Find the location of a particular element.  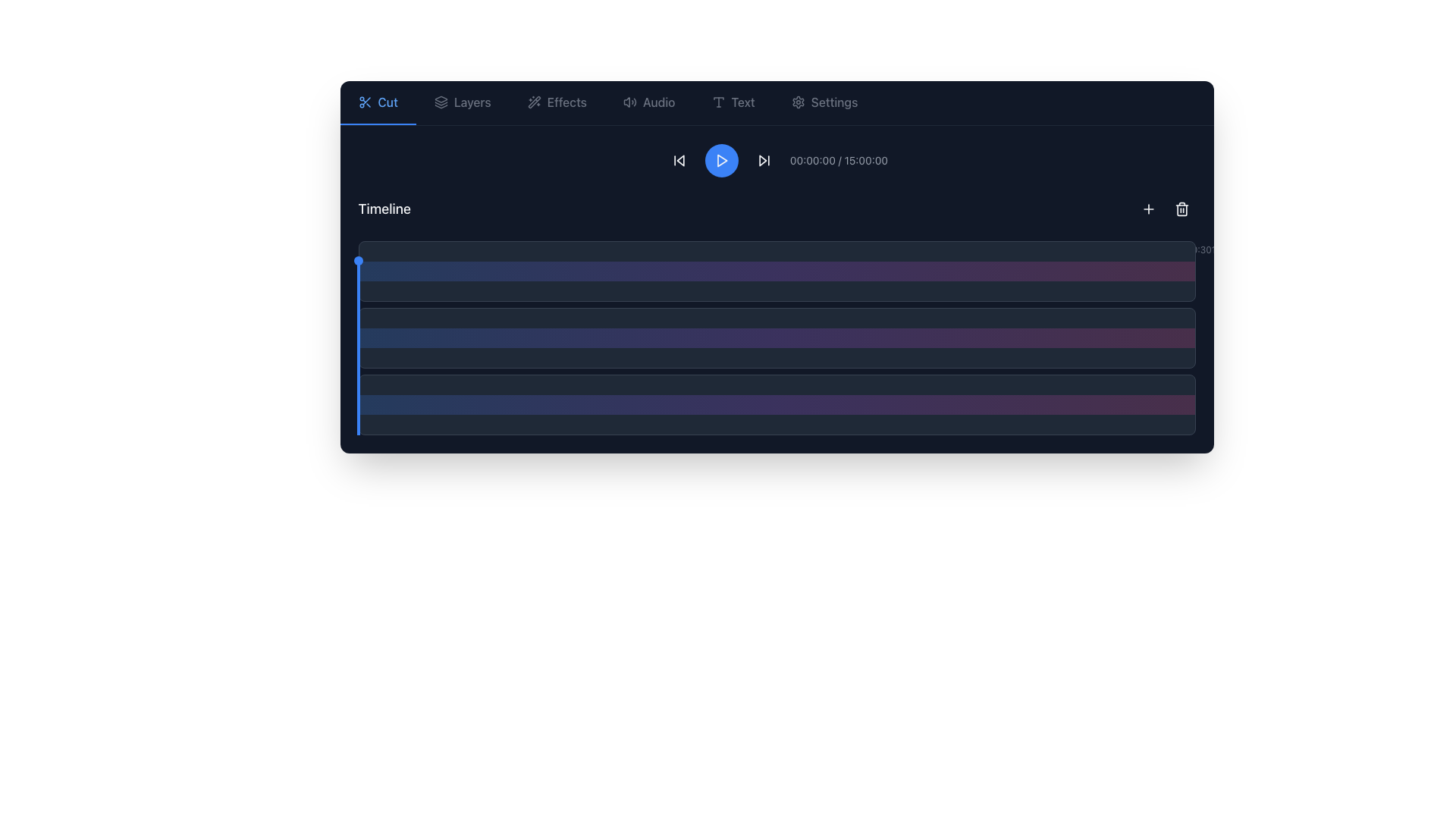

the Text label located in the horizontal navigation bar, positioned between the 'Audio' and 'Settings' labels is located at coordinates (743, 102).